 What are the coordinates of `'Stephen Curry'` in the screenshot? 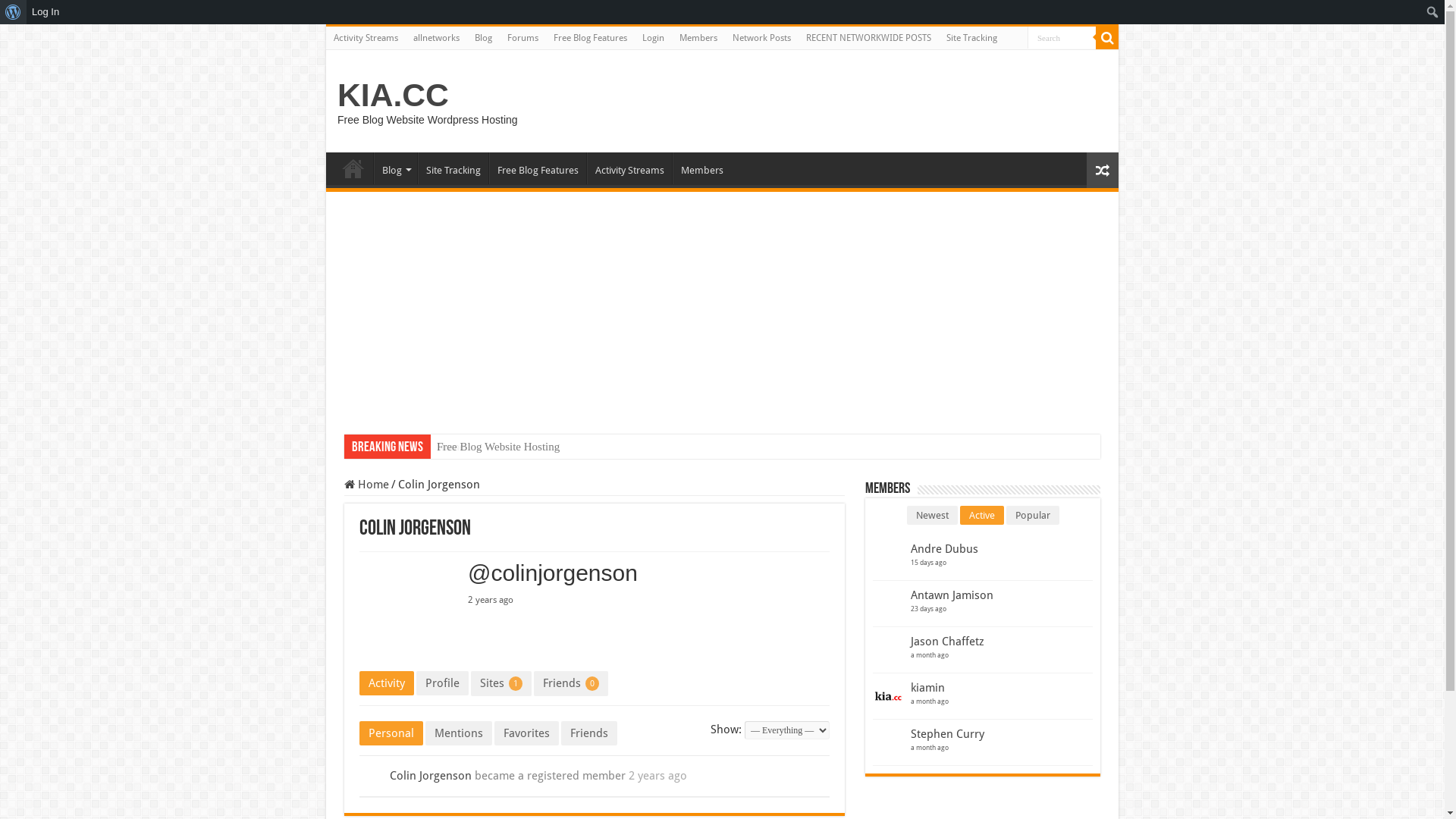 It's located at (910, 733).